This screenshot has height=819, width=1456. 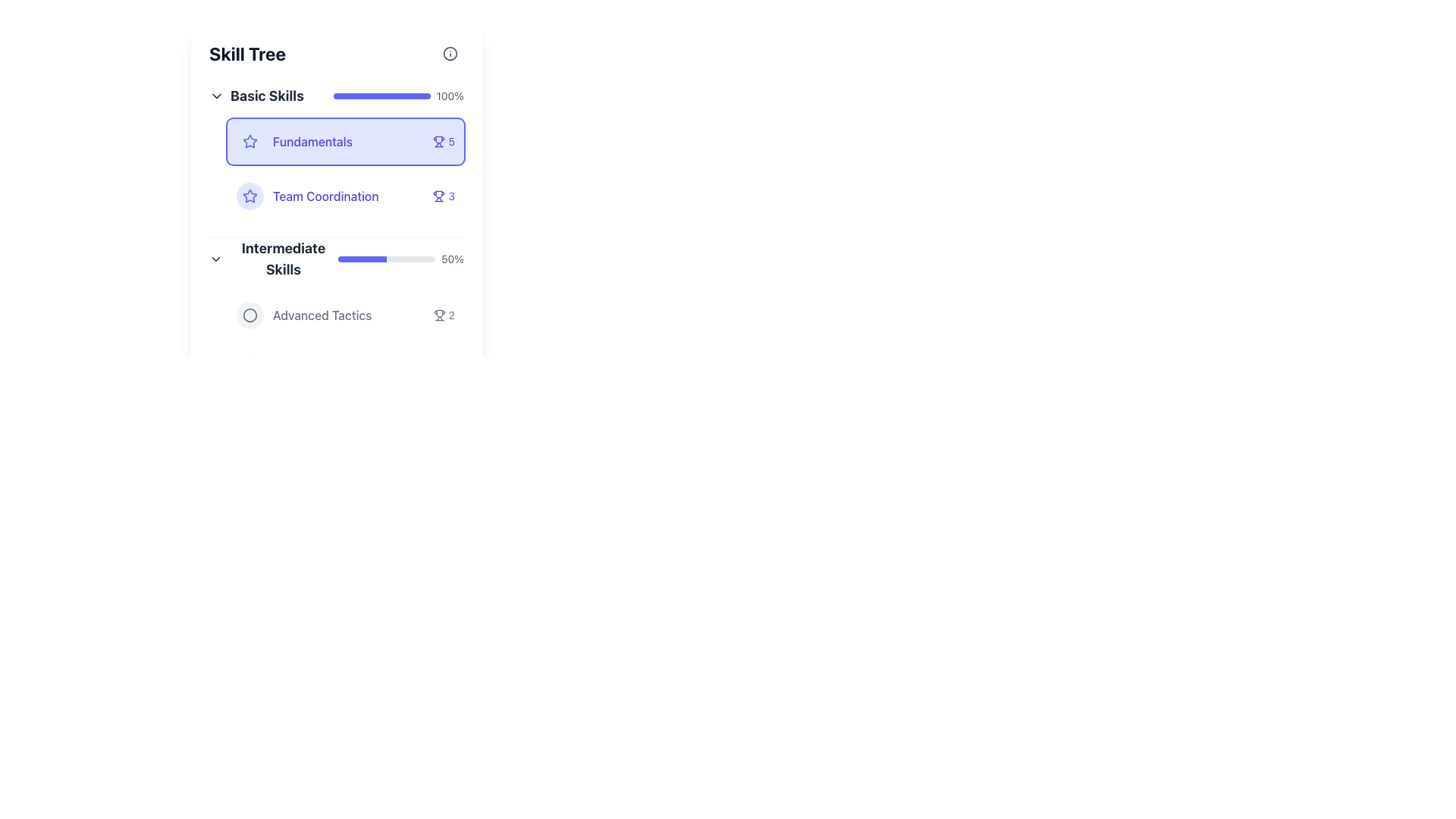 I want to click on the star-shaped icon outlined in blue, which is positioned next to the text 'Fundamentals' in the 'Basic Skills' section, so click(x=250, y=195).